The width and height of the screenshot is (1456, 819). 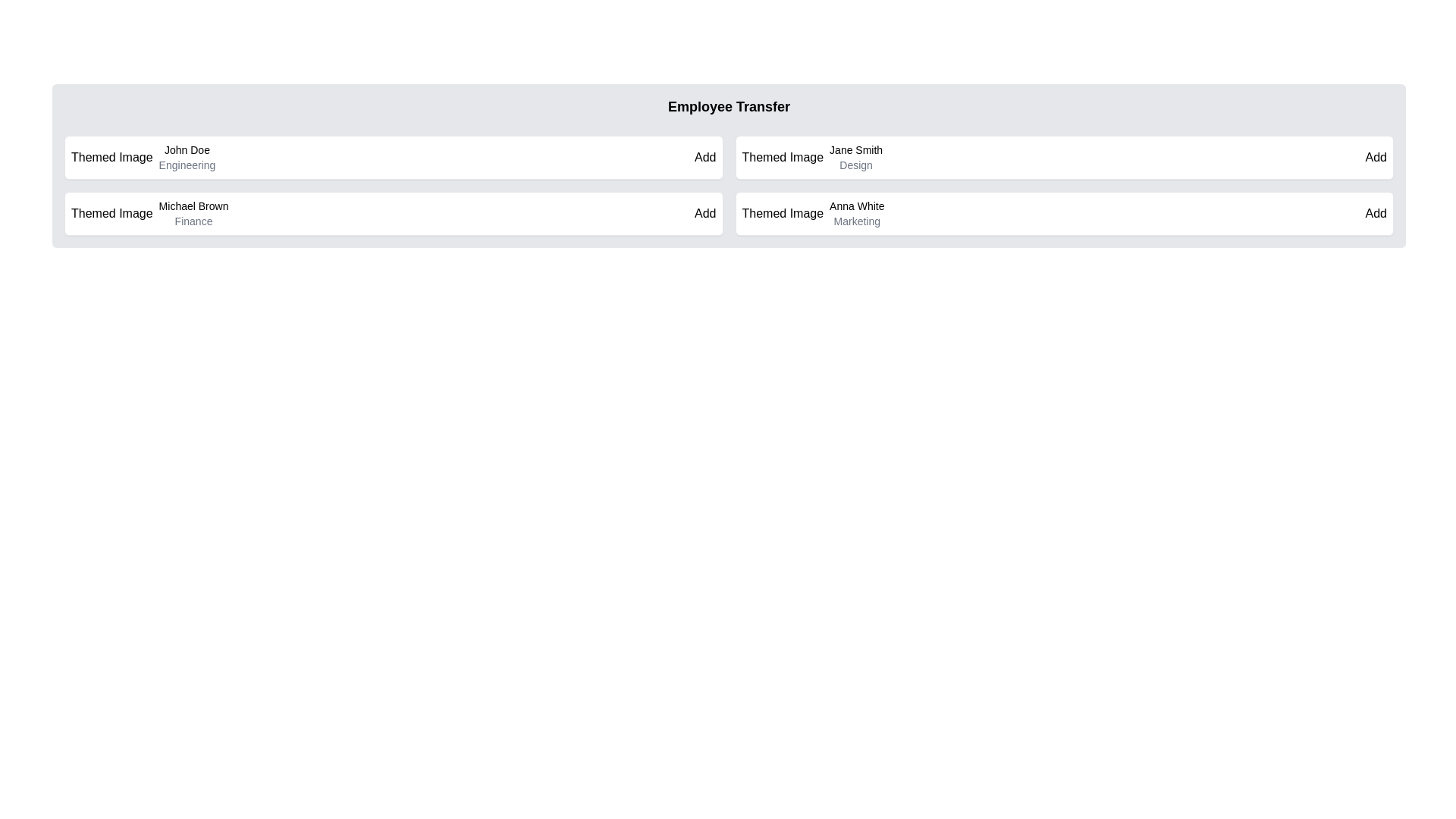 What do you see at coordinates (704, 213) in the screenshot?
I see `the button located at the far-right of the group containing 'Themed Image' on the left and 'Michael Brown' at the center to initiate the addition action` at bounding box center [704, 213].